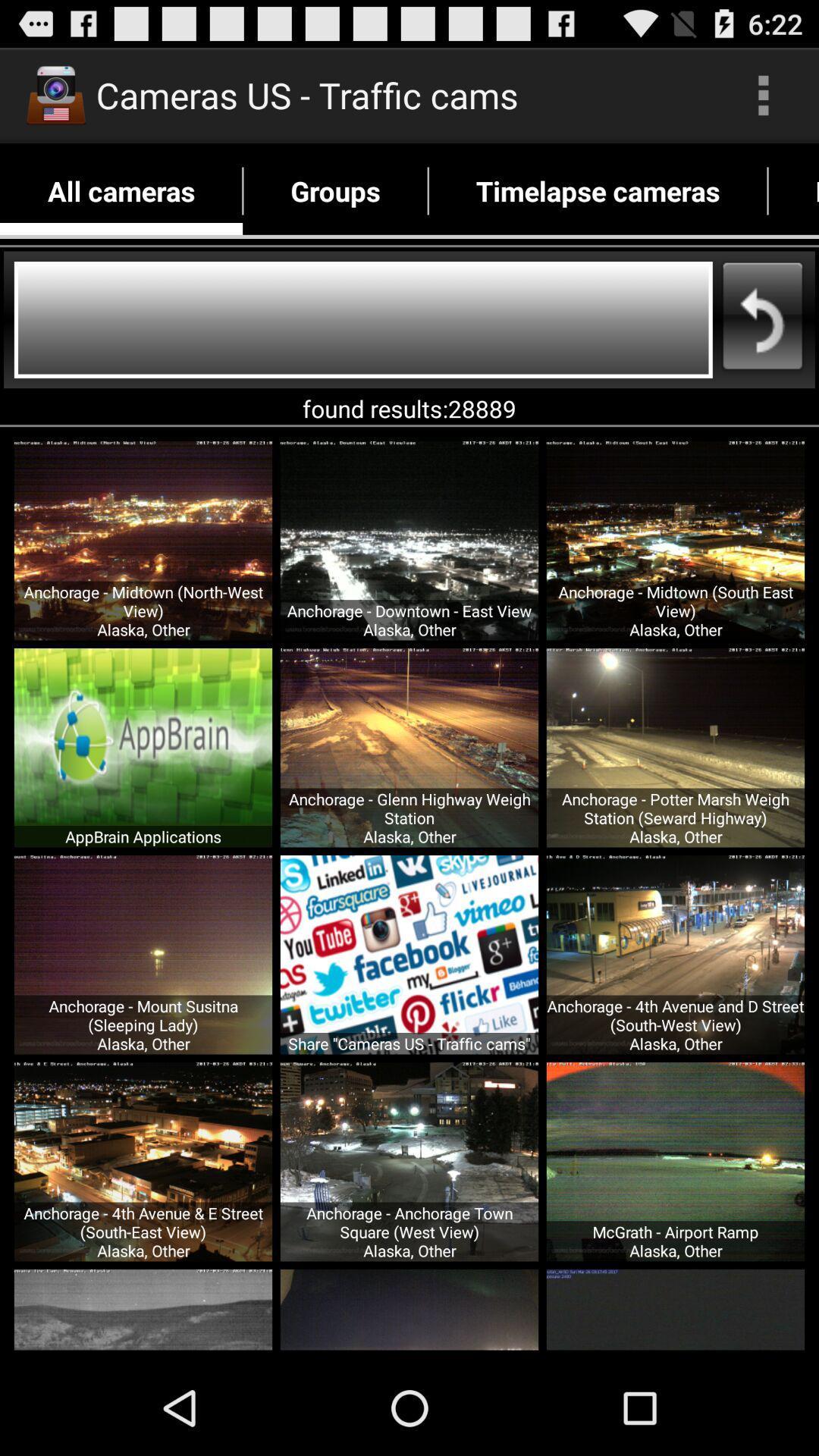  I want to click on the item next to timelapse cameras icon, so click(334, 190).